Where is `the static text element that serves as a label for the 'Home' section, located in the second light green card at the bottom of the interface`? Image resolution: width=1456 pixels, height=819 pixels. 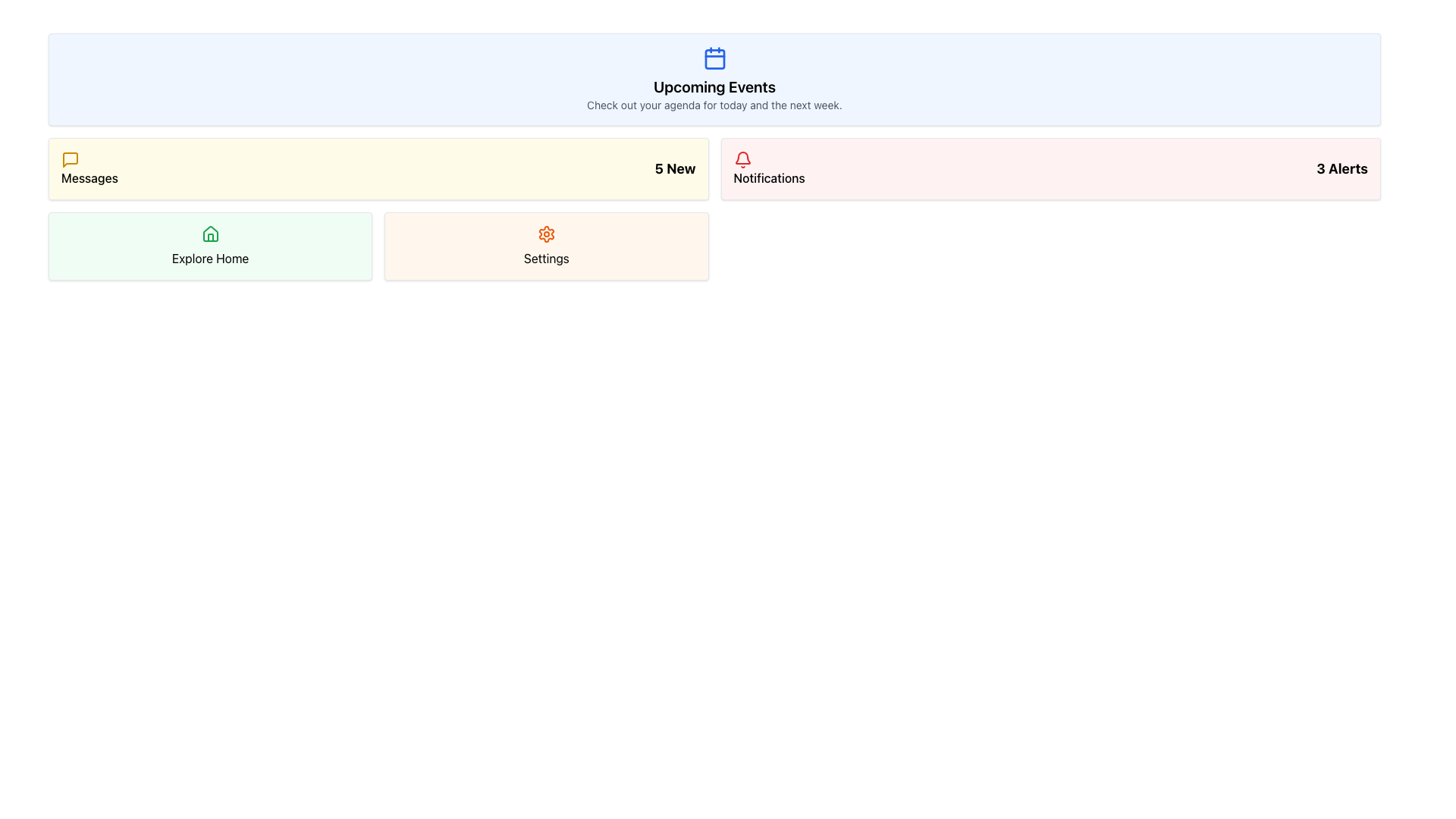 the static text element that serves as a label for the 'Home' section, located in the second light green card at the bottom of the interface is located at coordinates (209, 257).